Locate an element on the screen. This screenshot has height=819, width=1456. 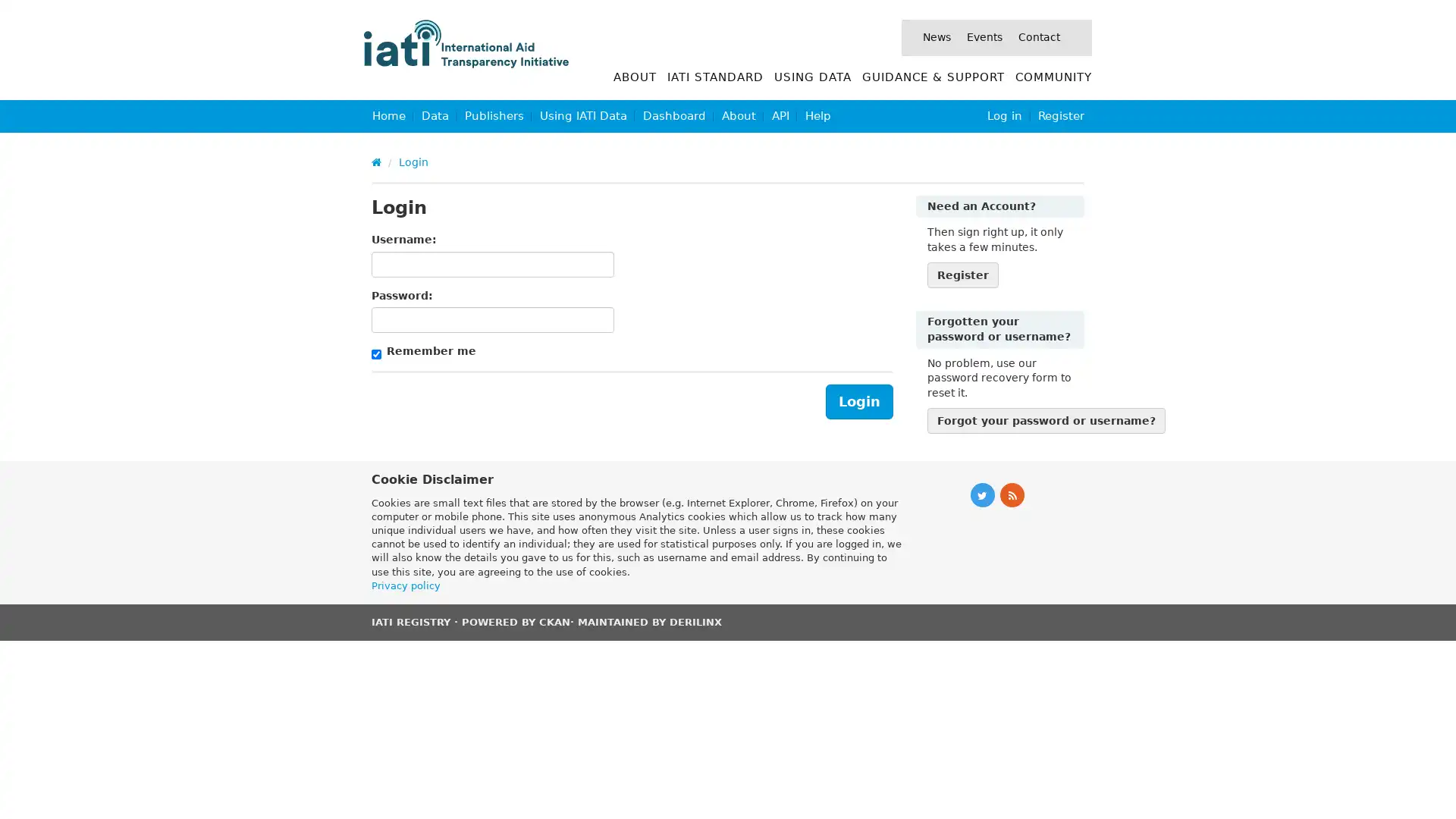
Login is located at coordinates (859, 400).